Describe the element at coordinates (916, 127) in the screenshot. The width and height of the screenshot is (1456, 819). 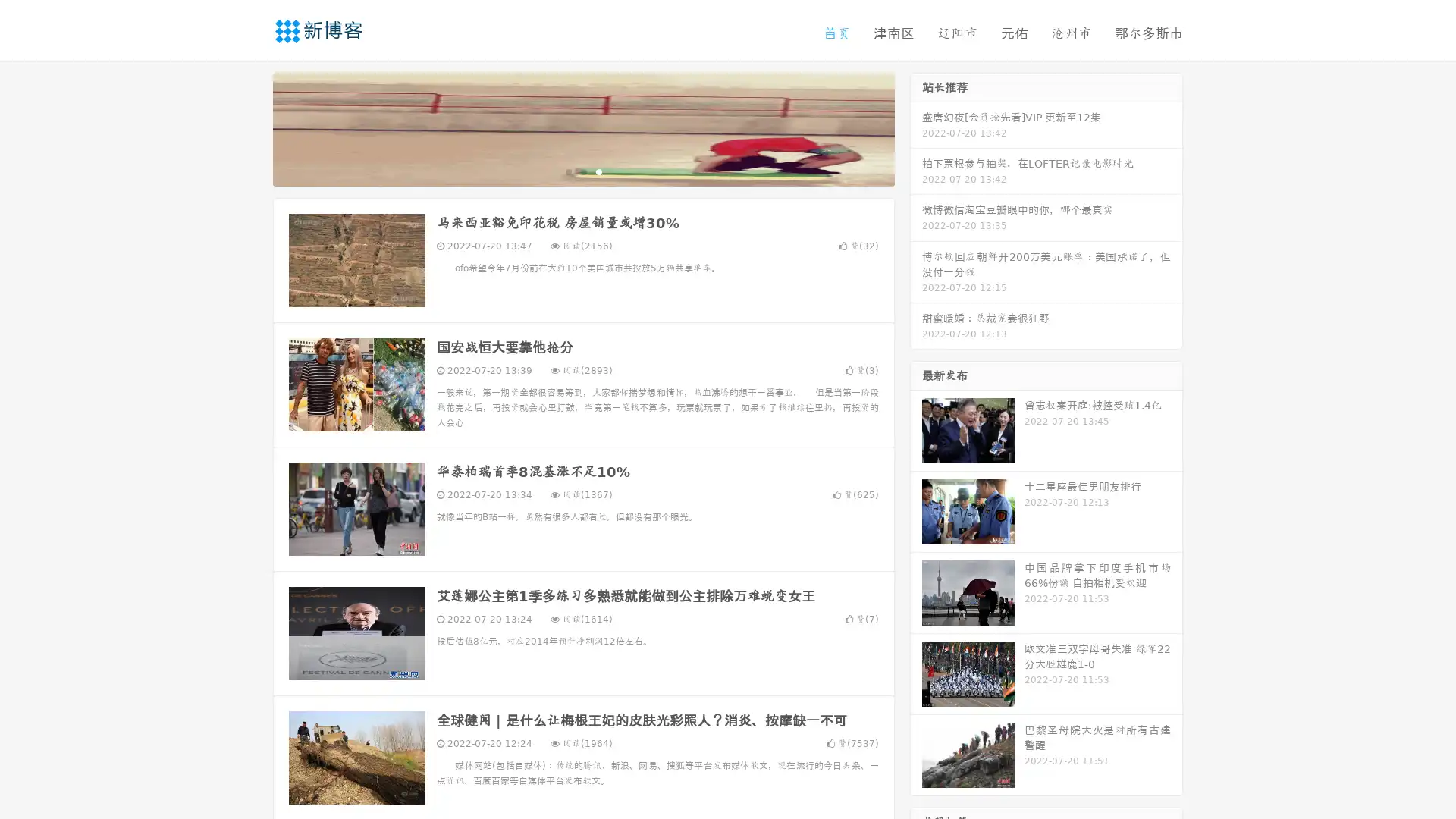
I see `Next slide` at that location.